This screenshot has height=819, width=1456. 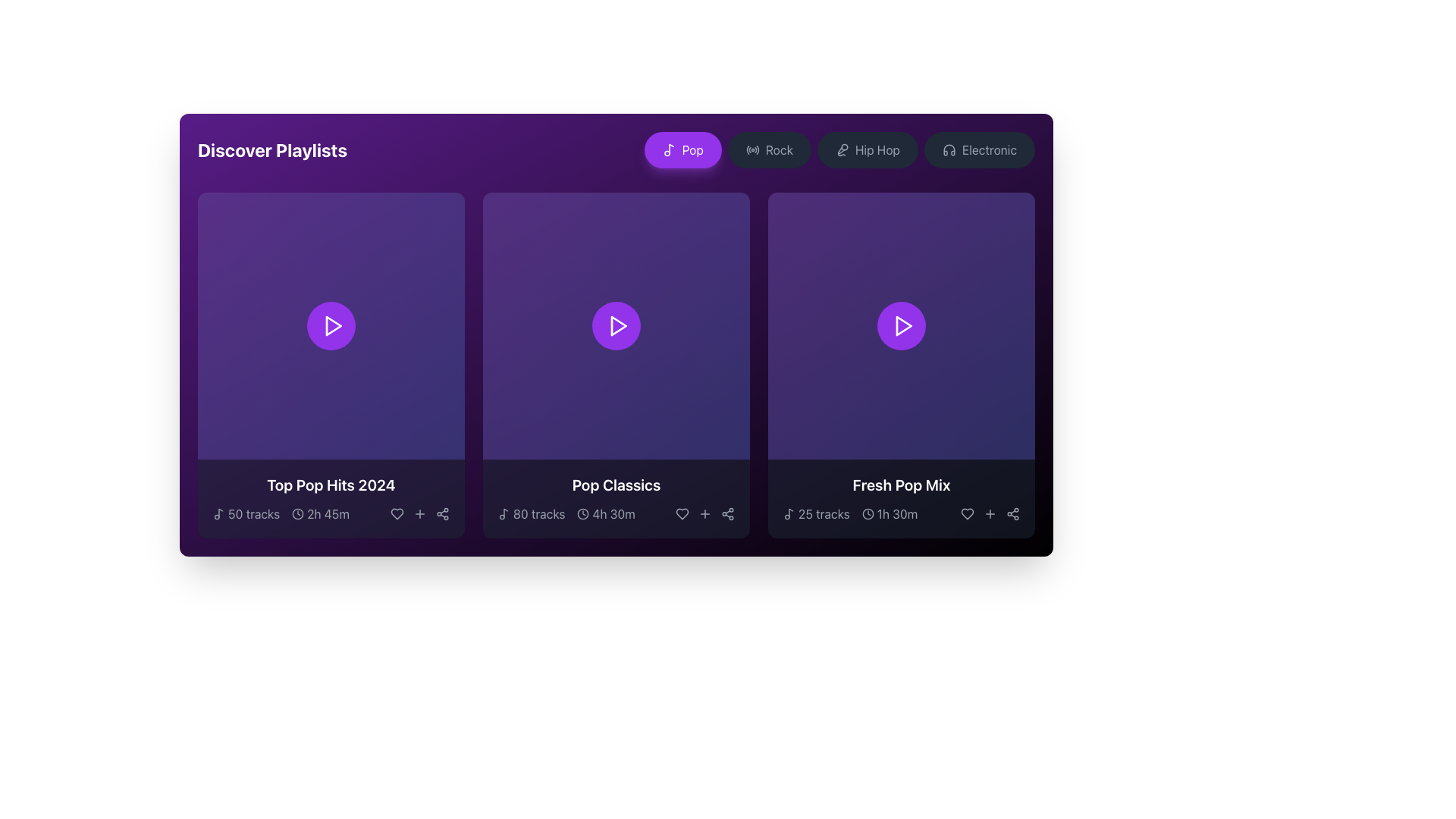 What do you see at coordinates (990, 513) in the screenshot?
I see `the '+' icon button located in the controls section of the 'Fresh Pop Mix' playlist card` at bounding box center [990, 513].